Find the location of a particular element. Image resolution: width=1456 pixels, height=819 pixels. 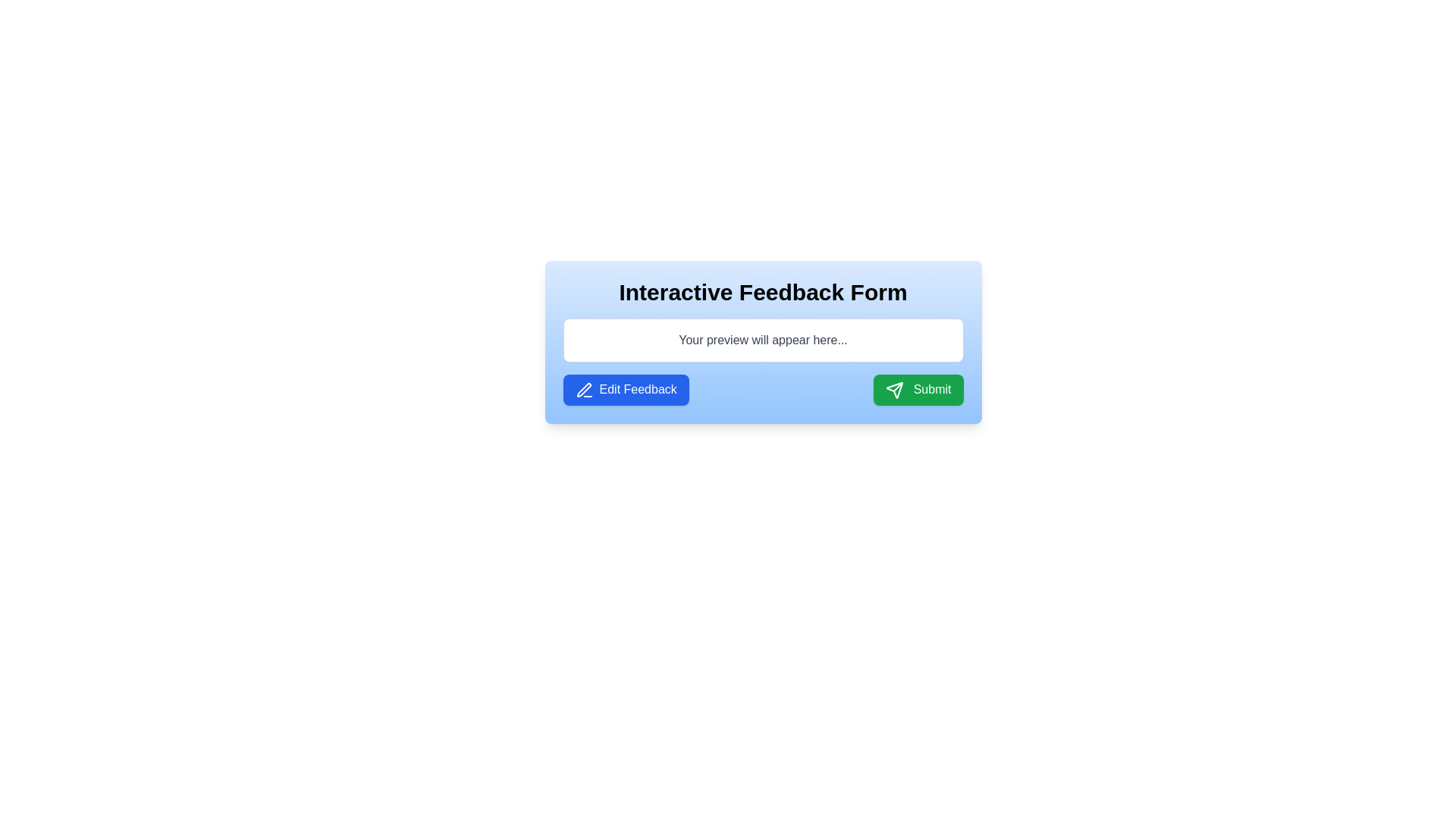

the green 'Submit' button with a white send icon on the left is located at coordinates (918, 389).